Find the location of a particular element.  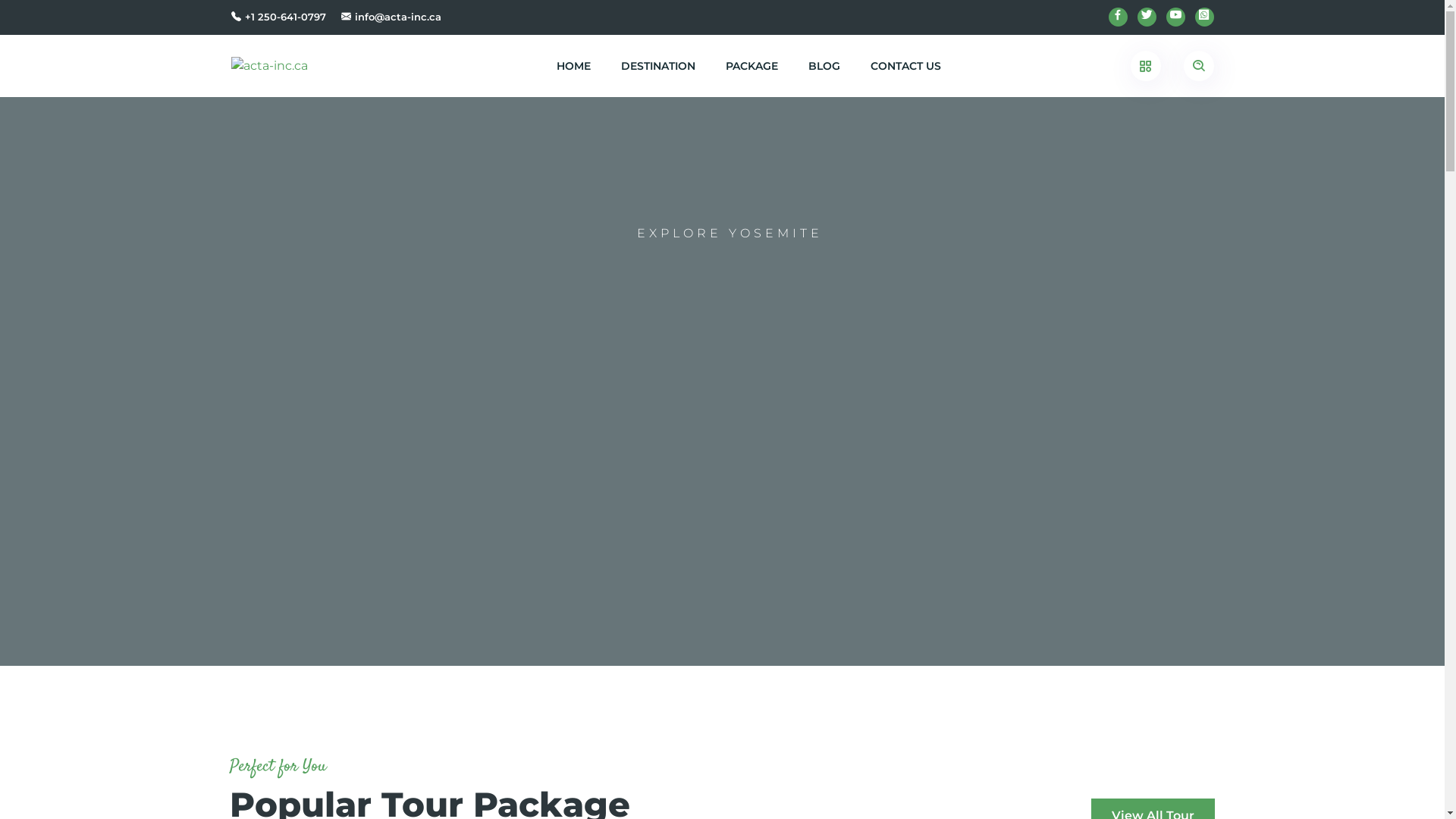

'CONTACT US' is located at coordinates (905, 65).